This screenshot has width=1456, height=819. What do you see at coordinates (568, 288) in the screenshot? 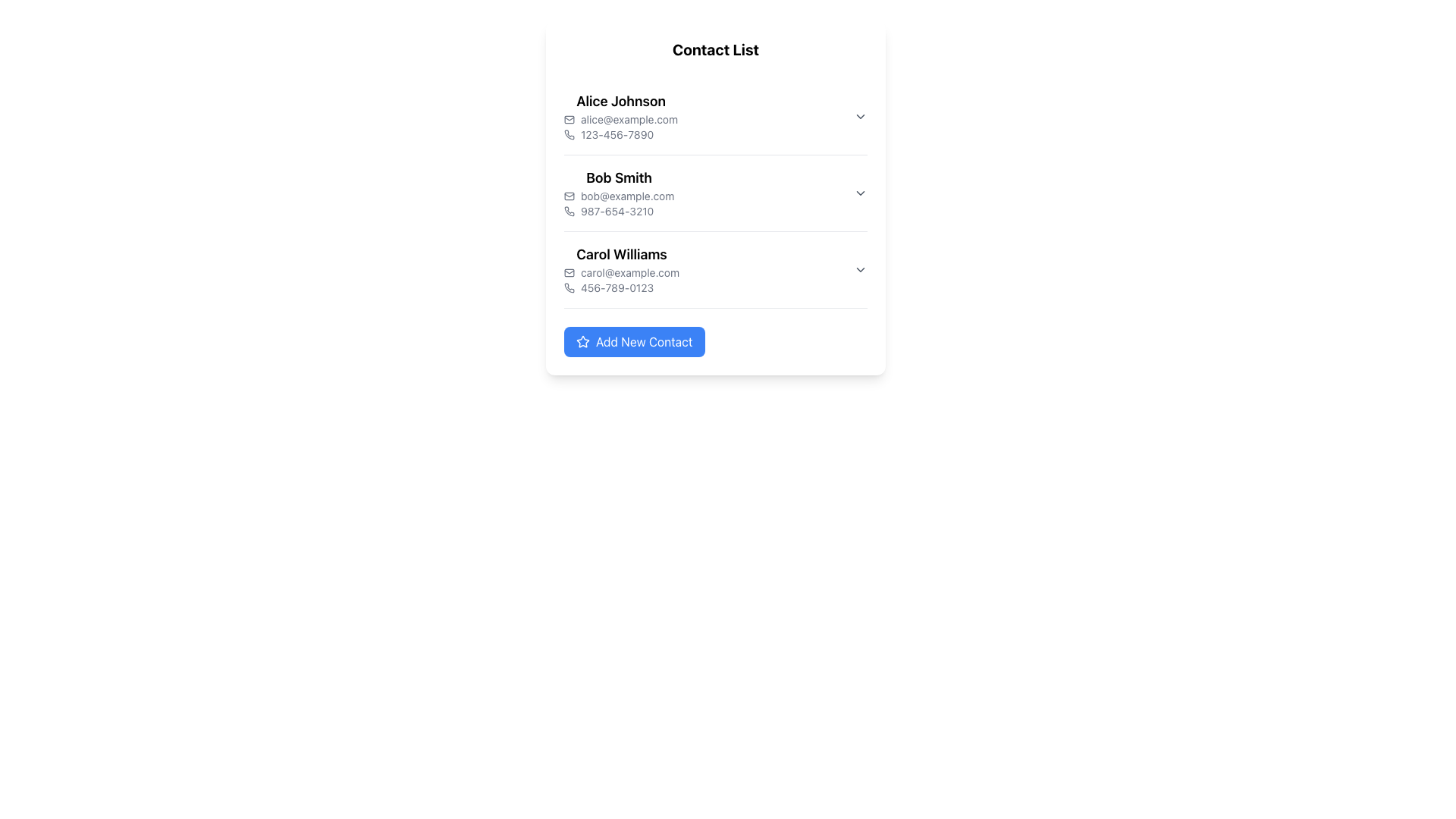
I see `the phone number icon located to the left of the phone number for 'Carol Williams' in the contact list` at bounding box center [568, 288].